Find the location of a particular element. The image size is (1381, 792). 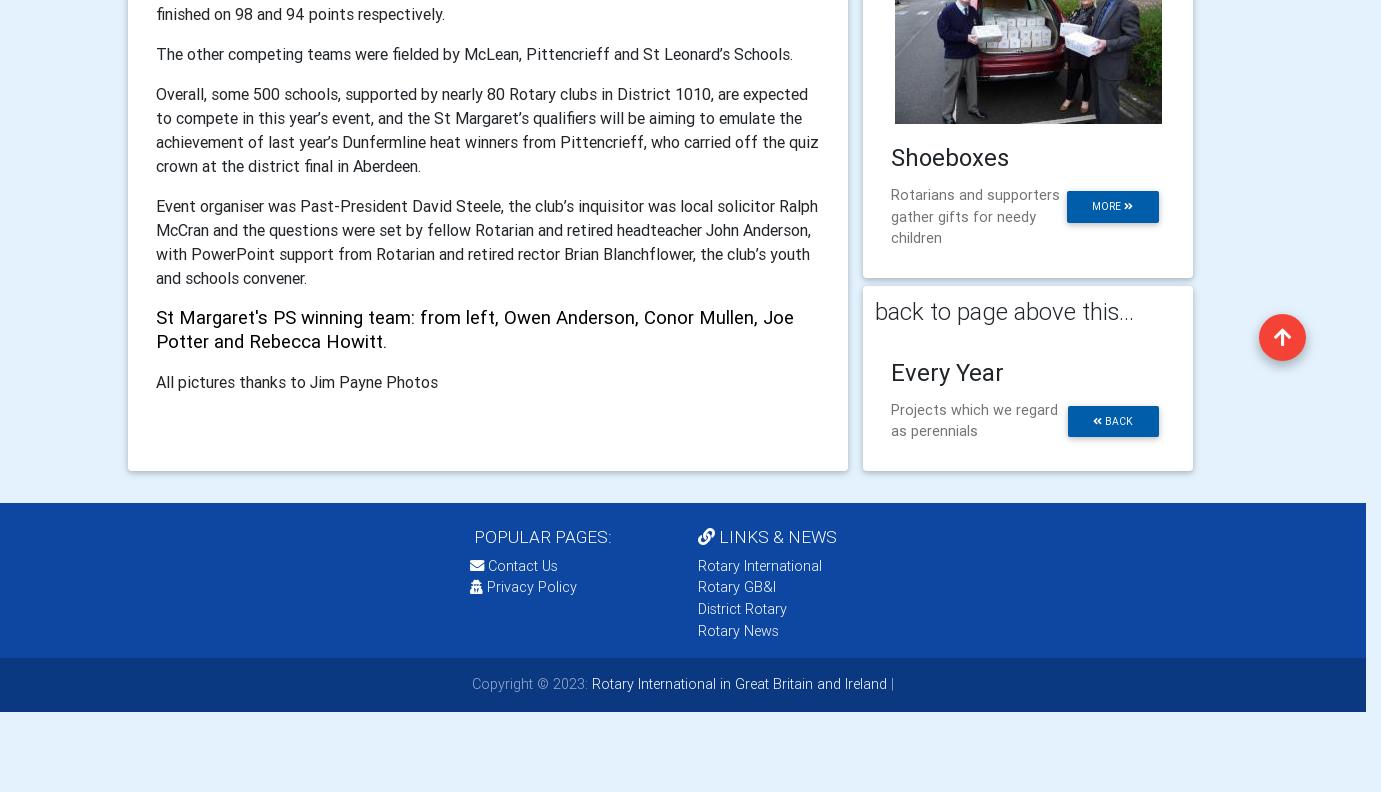

'Shoeboxes' is located at coordinates (891, 157).